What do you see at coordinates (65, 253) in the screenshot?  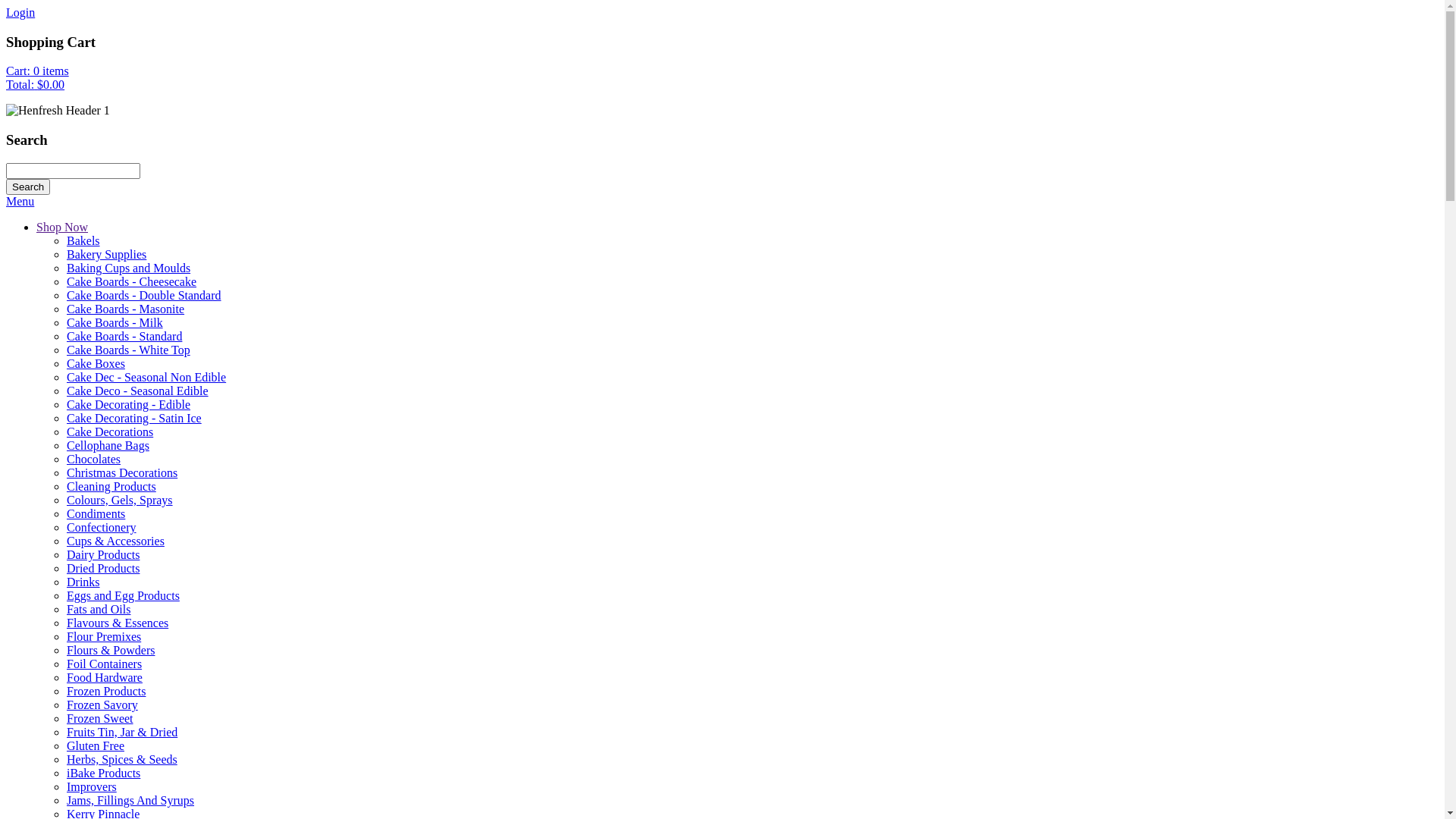 I see `'Bakery Supplies'` at bounding box center [65, 253].